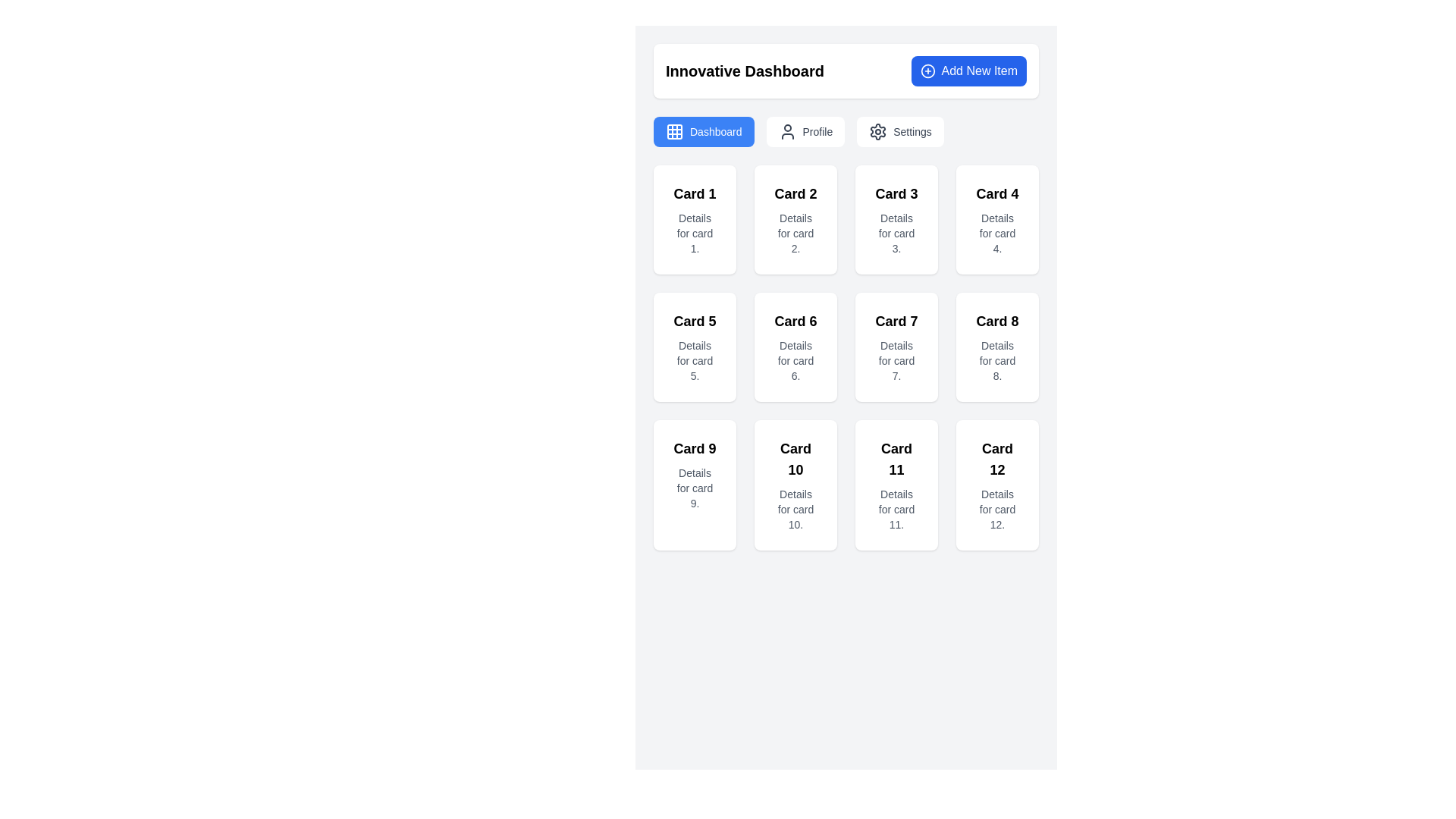 The height and width of the screenshot is (819, 1456). What do you see at coordinates (997, 234) in the screenshot?
I see `the static text displaying 'Details for card 4.' located below the title 'Card 4' in the first row, fourth column of the grid layout` at bounding box center [997, 234].